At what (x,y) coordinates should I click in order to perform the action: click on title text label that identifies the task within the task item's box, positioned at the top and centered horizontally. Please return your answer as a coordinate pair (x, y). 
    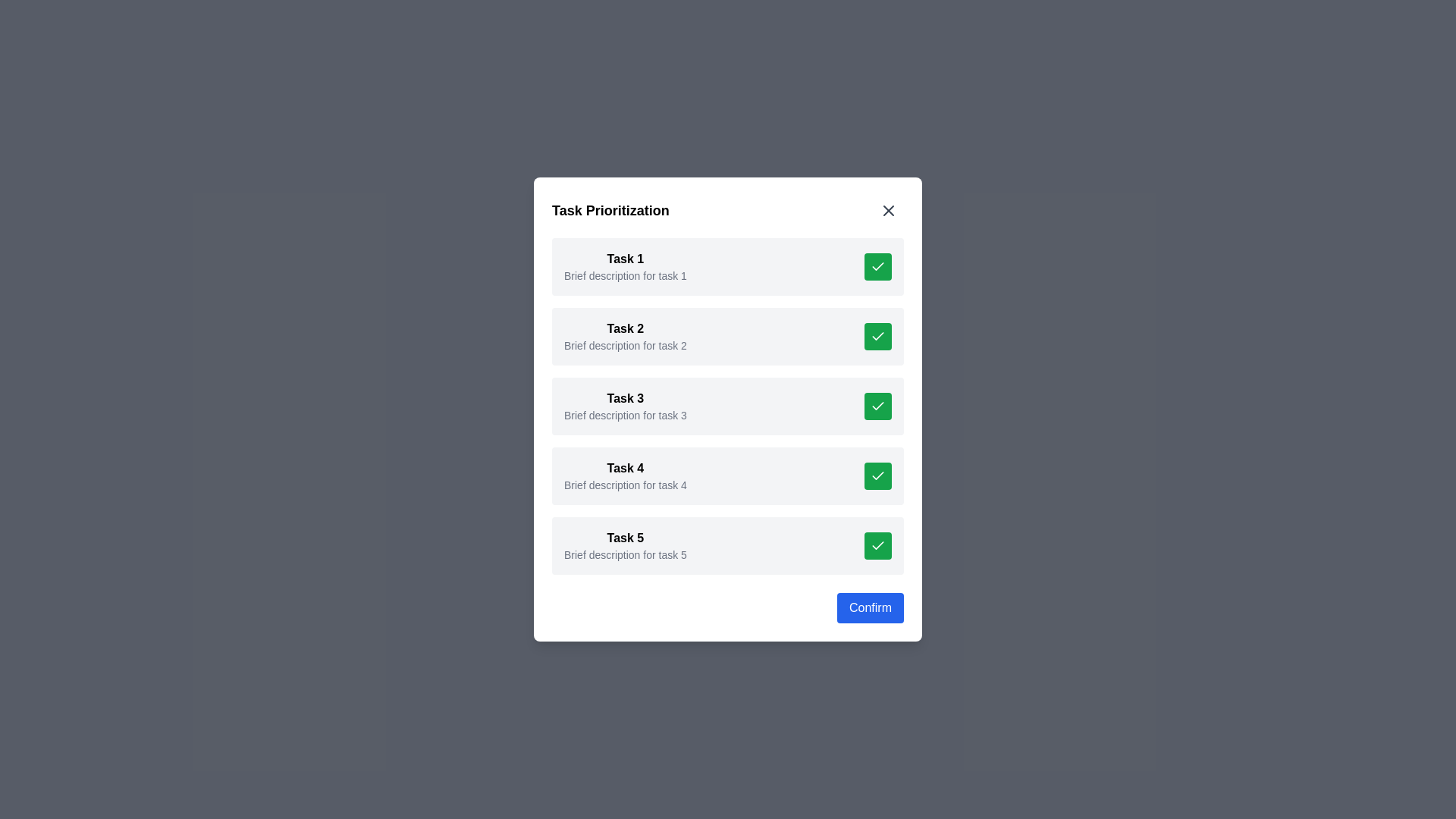
    Looking at the image, I should click on (626, 328).